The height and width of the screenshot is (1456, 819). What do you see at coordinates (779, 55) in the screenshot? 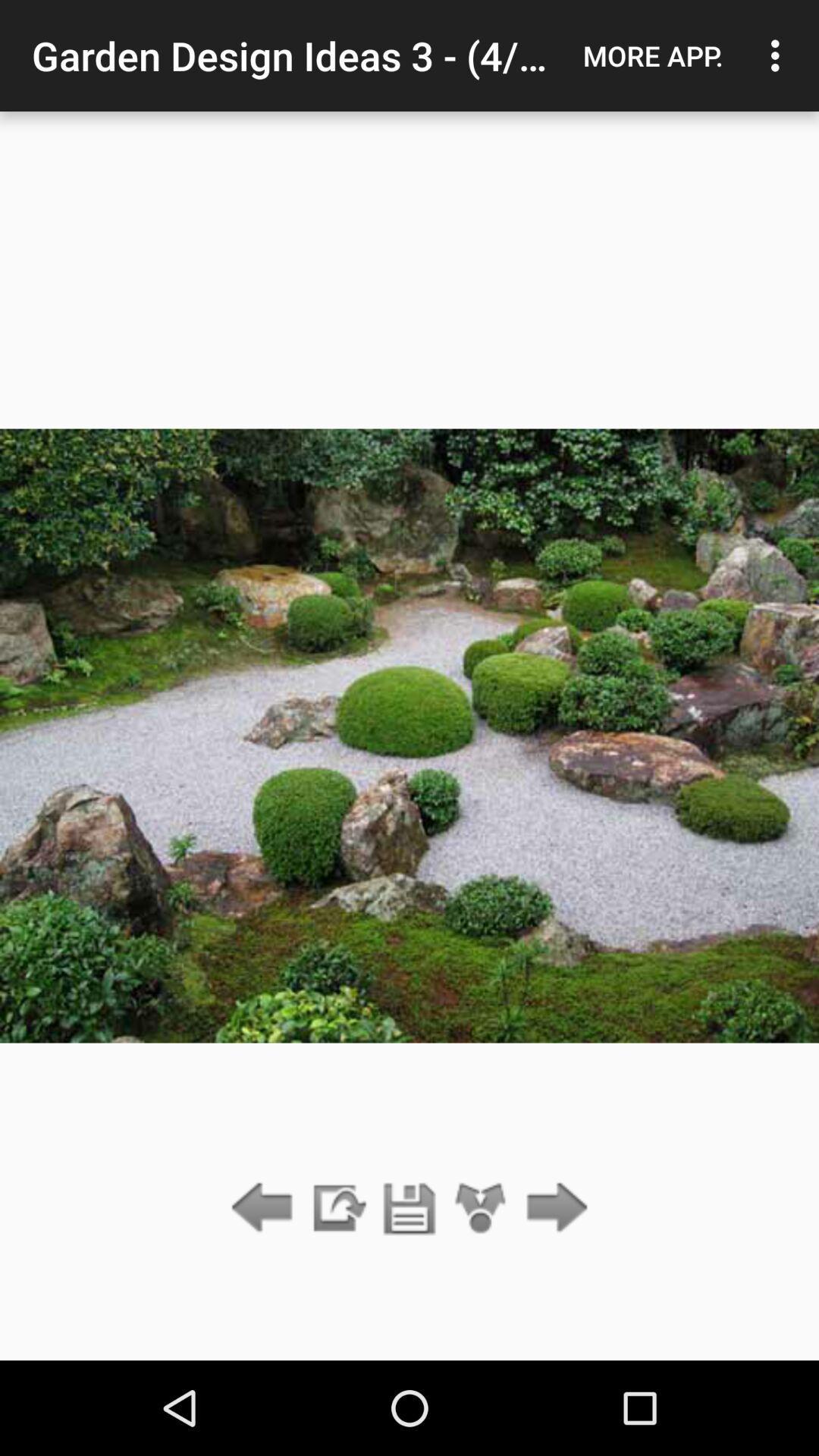
I see `the item to the right of the more app. icon` at bounding box center [779, 55].